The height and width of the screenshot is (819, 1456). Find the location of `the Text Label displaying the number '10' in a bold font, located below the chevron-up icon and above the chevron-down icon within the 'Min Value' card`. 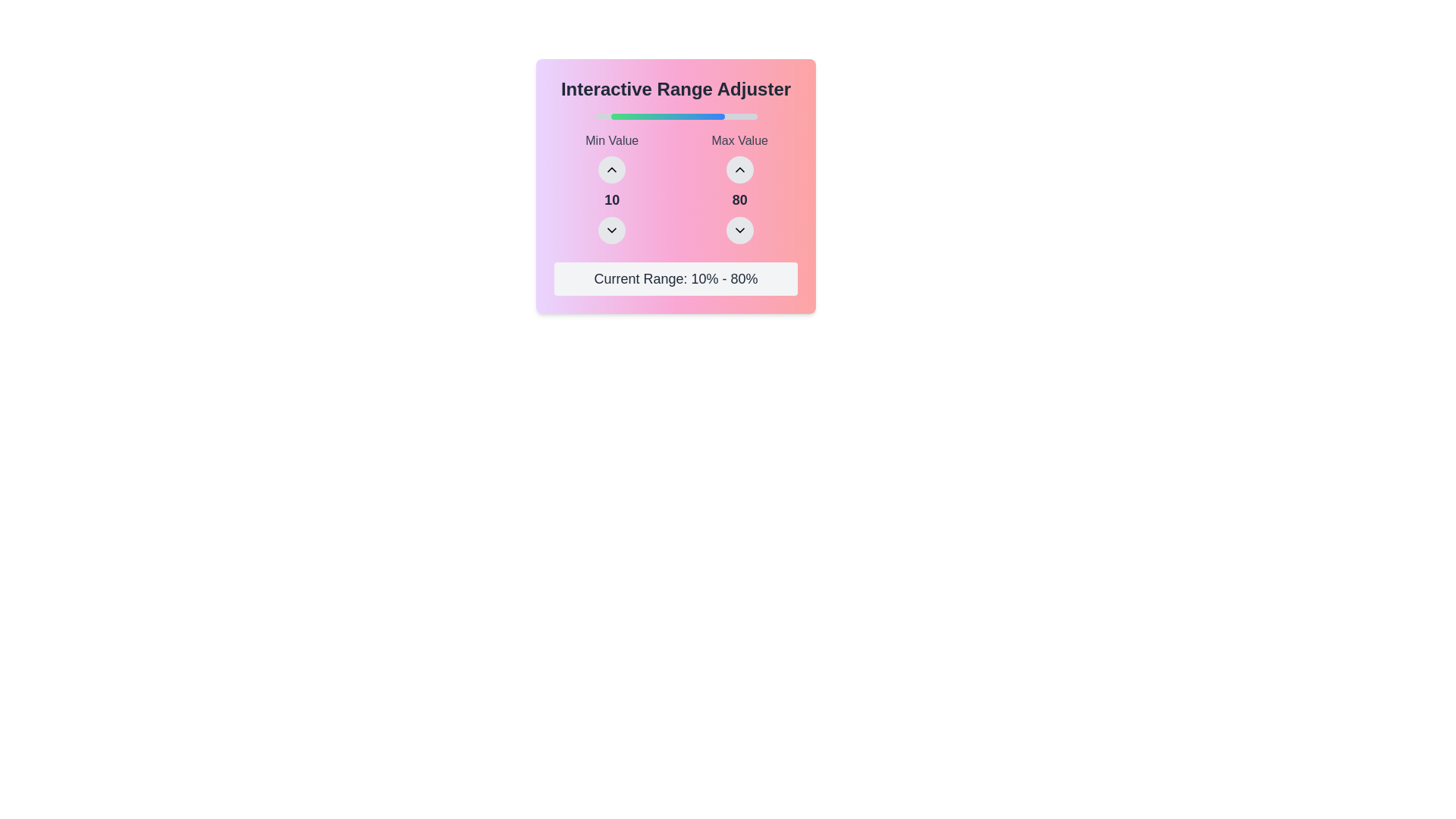

the Text Label displaying the number '10' in a bold font, located below the chevron-up icon and above the chevron-down icon within the 'Min Value' card is located at coordinates (612, 199).